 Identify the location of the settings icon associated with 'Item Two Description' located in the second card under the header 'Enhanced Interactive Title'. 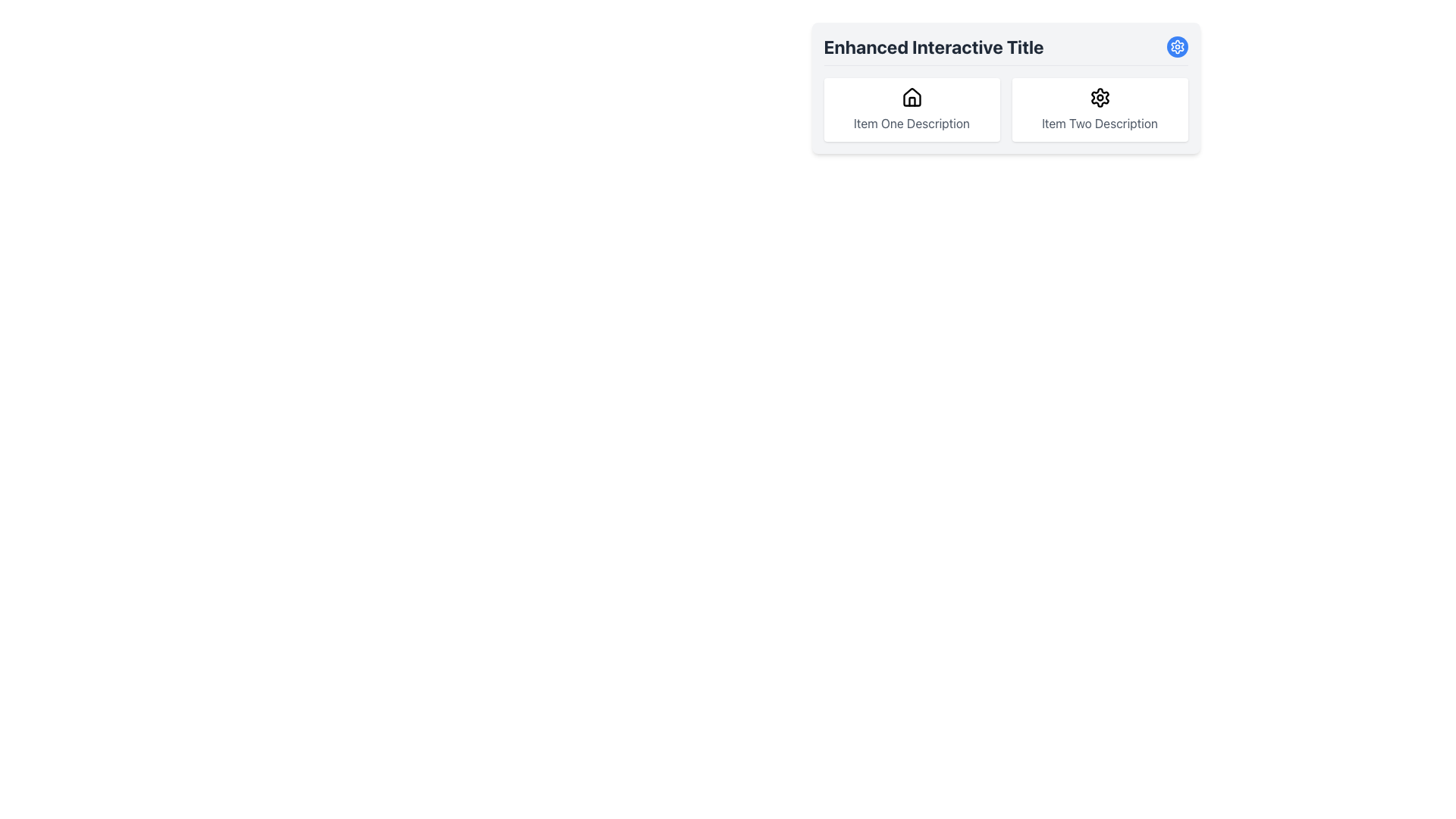
(1100, 97).